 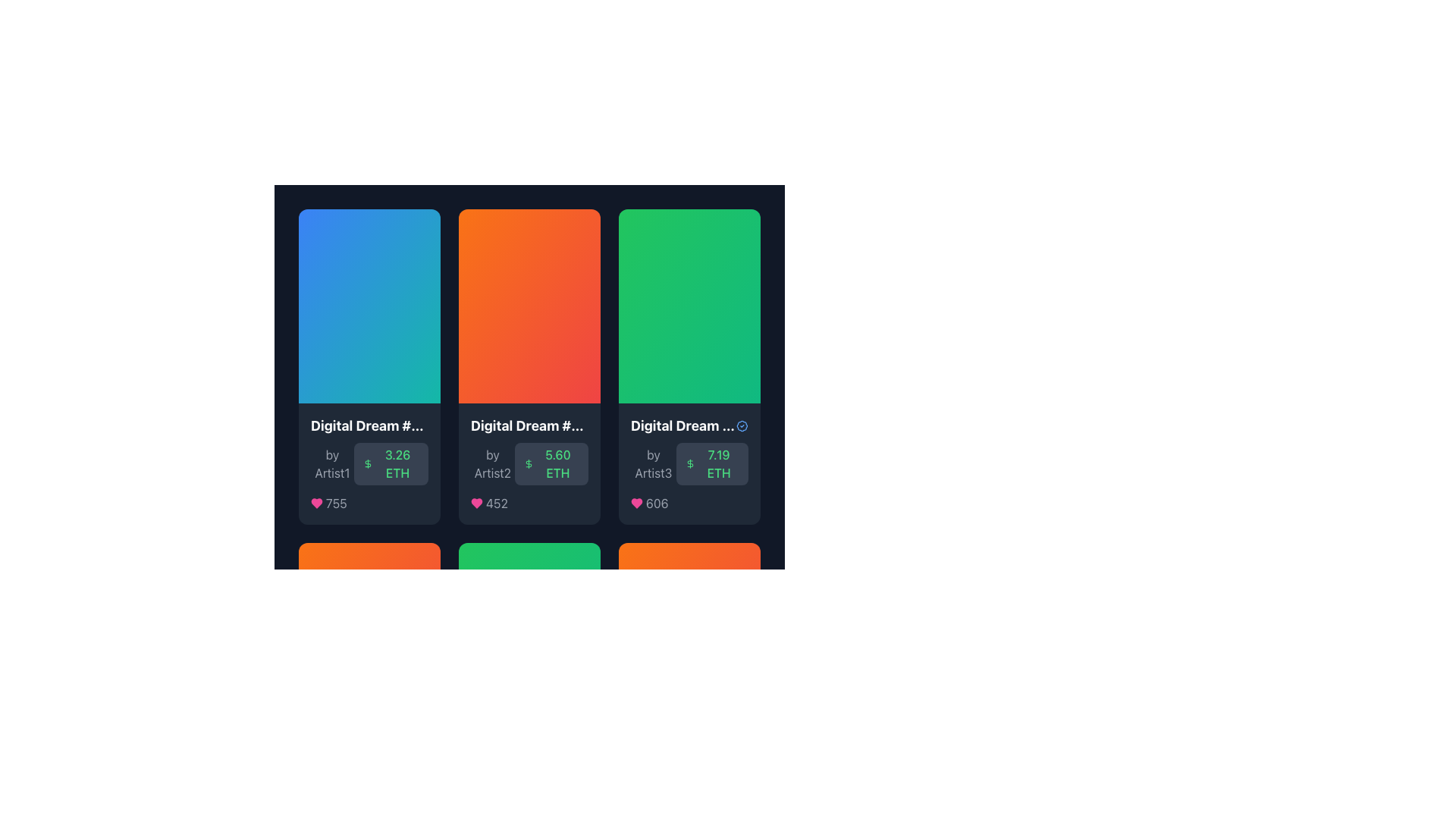 I want to click on the static text label displaying the name or identifier of the featured item in the second card from a horizontal row of cards, so click(x=529, y=426).